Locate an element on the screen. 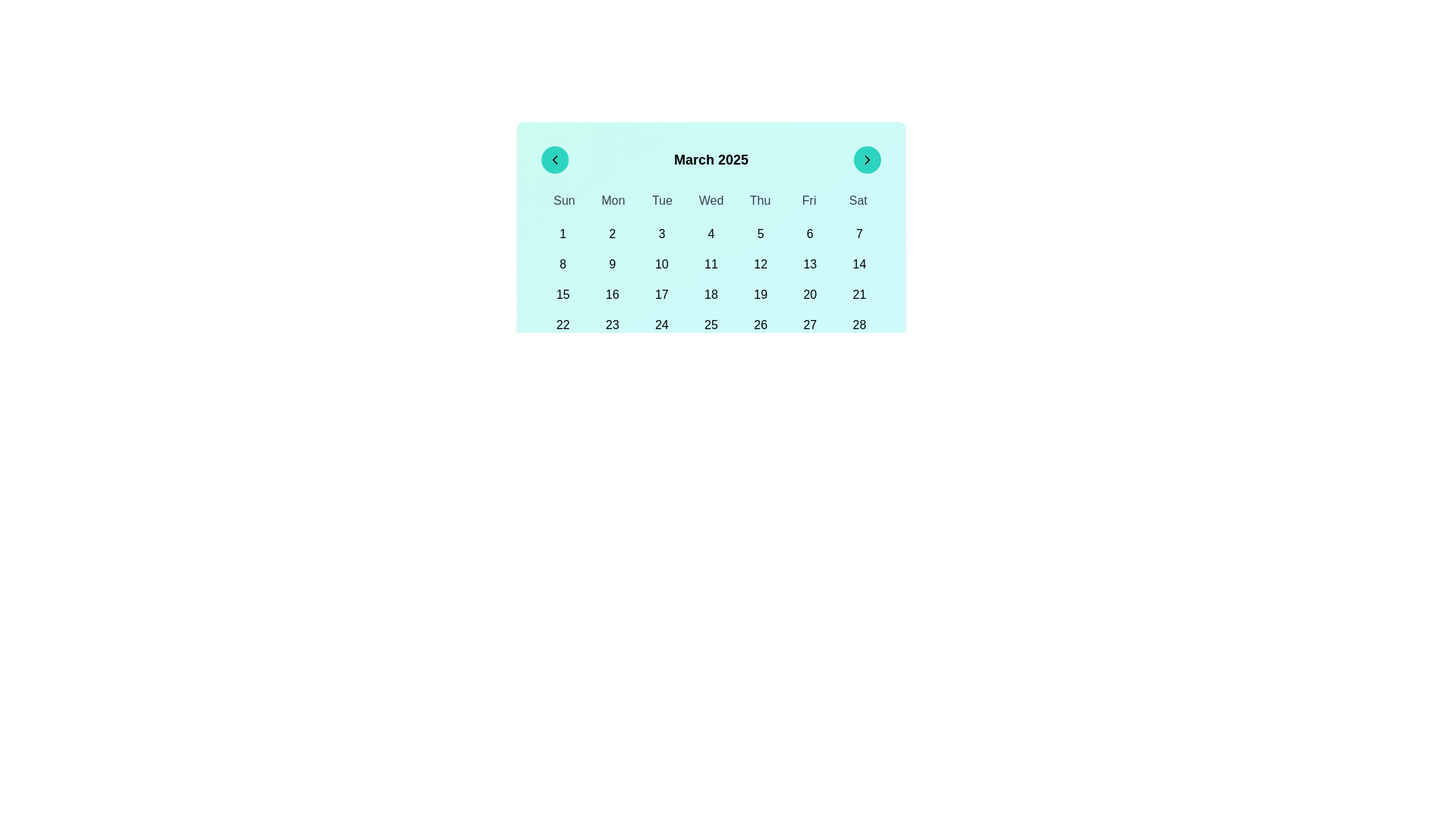 The width and height of the screenshot is (1456, 819). the static text element representing the abbreviation for Sunday, which is the first element in a grid of days of the week is located at coordinates (563, 200).